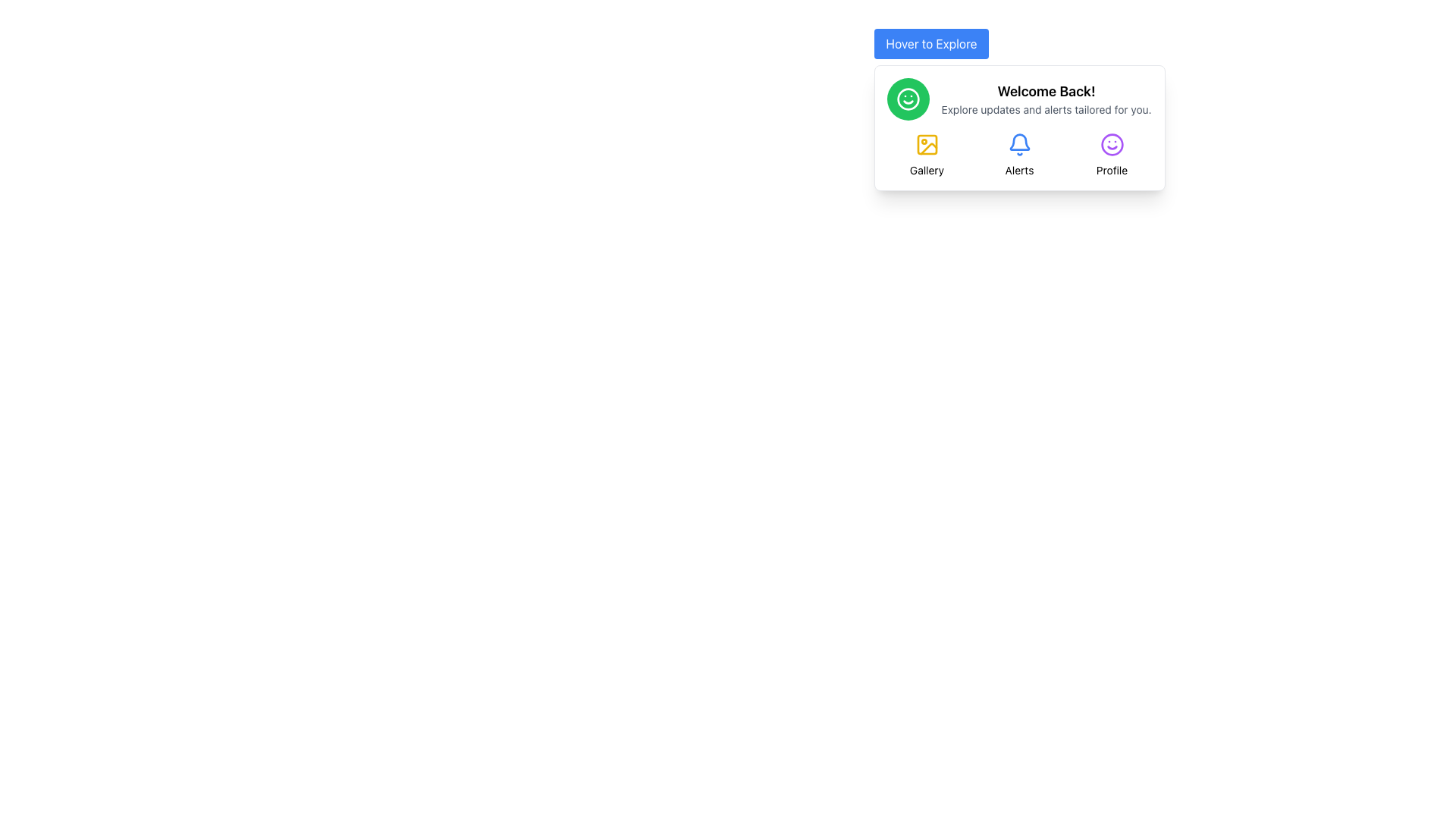 This screenshot has width=1456, height=819. I want to click on the label indicating the profile-related option, which is centrally aligned below the purple smiley icon in the card-like section, so click(1112, 170).